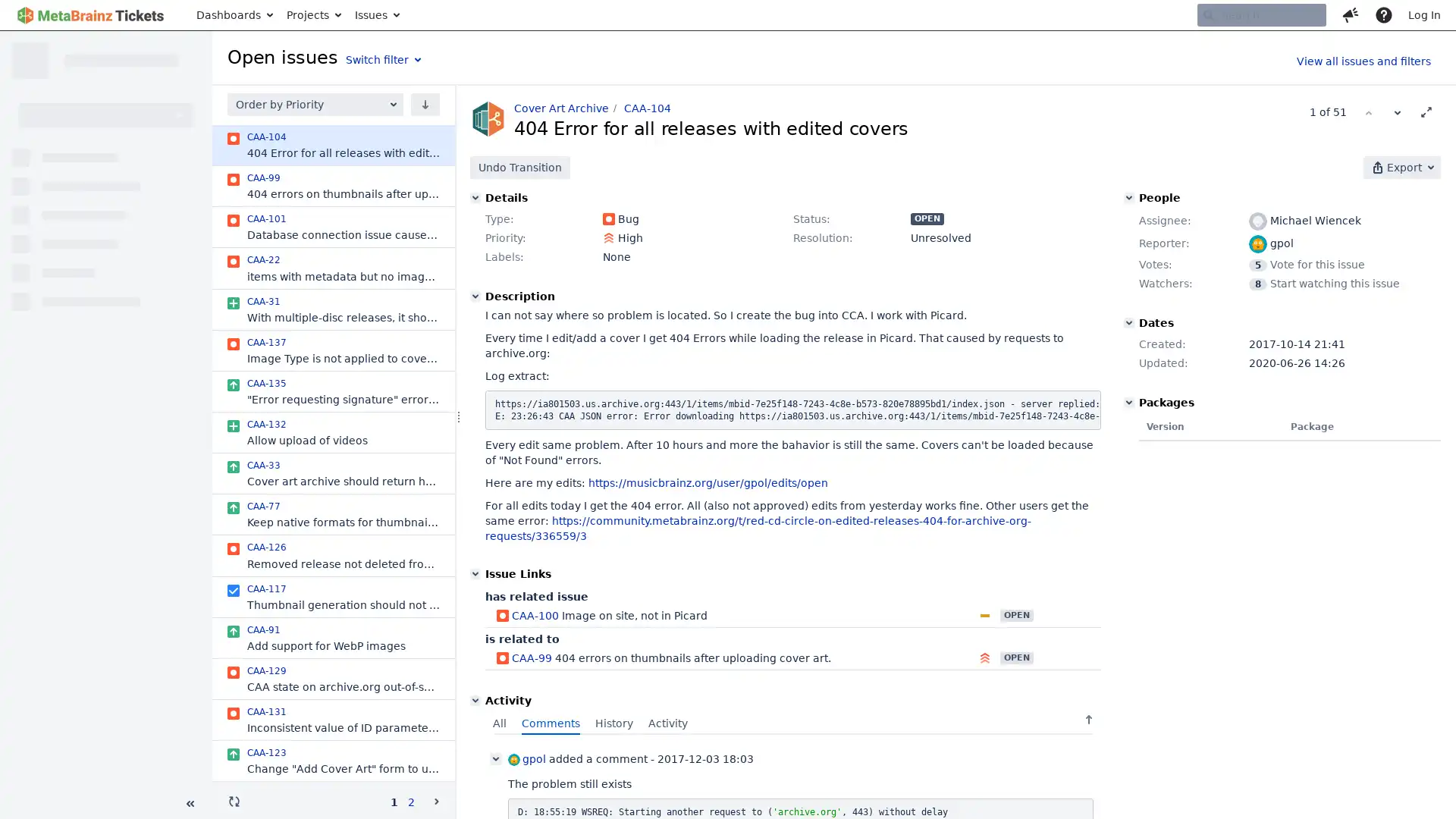  Describe the element at coordinates (1128, 322) in the screenshot. I see `Dates` at that location.